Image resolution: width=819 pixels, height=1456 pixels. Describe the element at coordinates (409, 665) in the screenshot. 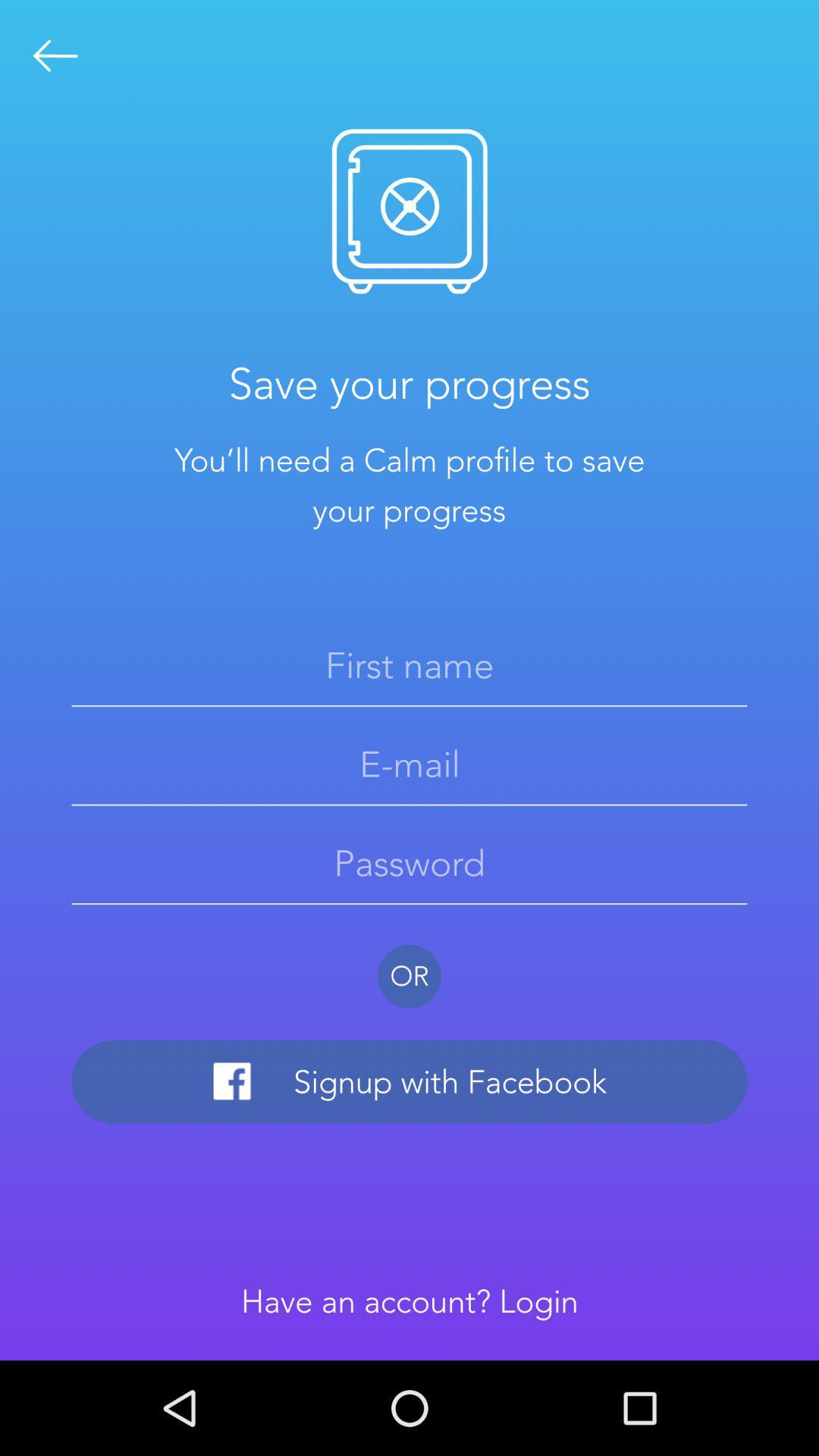

I see `the icon below the you ll need` at that location.